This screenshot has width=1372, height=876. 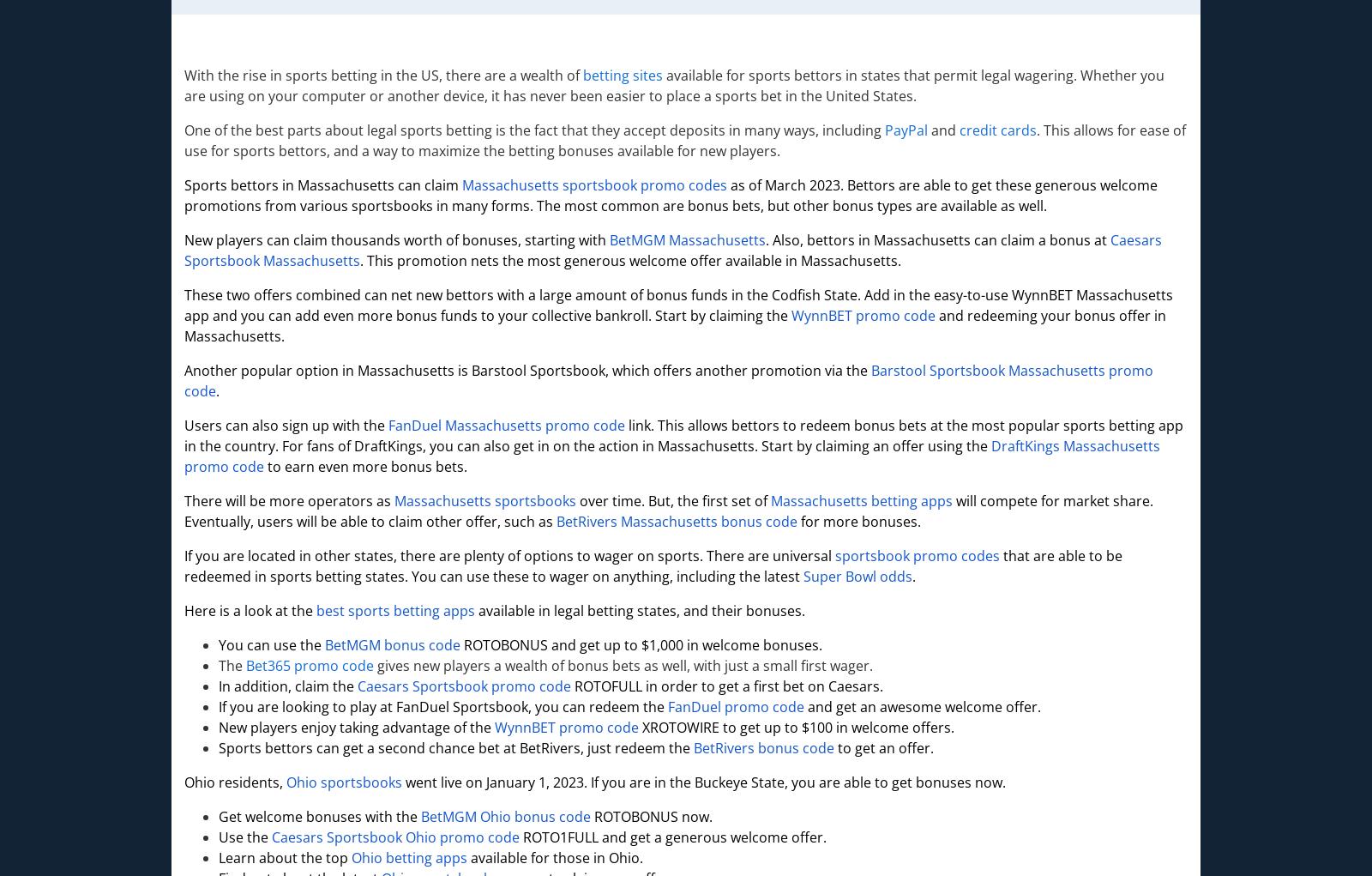 I want to click on 'One of the best parts about legal sports betting is the fact that they accept deposits in many ways, including', so click(x=534, y=130).